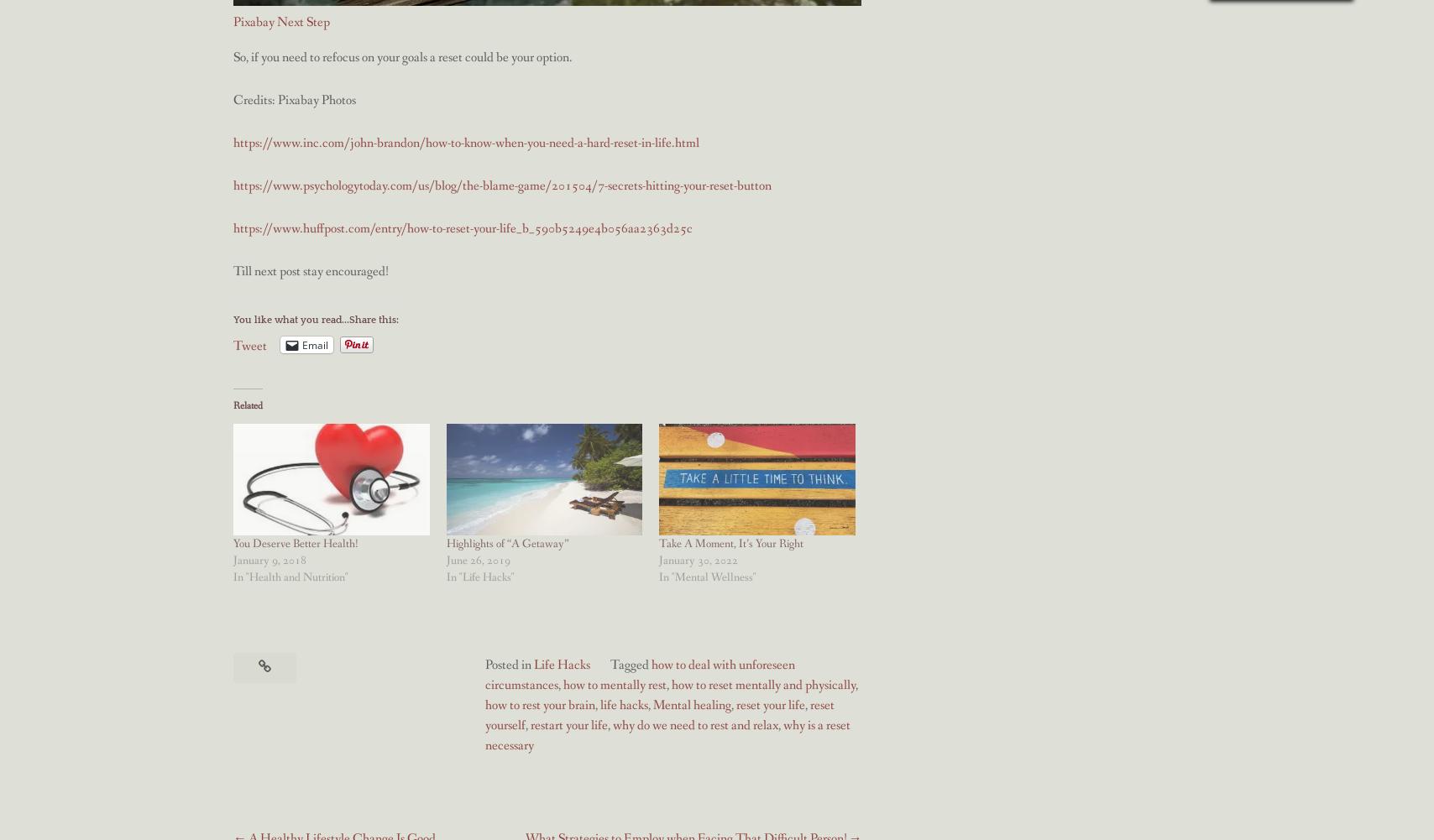  Describe the element at coordinates (281, 21) in the screenshot. I see `'Pixabay Next Step'` at that location.